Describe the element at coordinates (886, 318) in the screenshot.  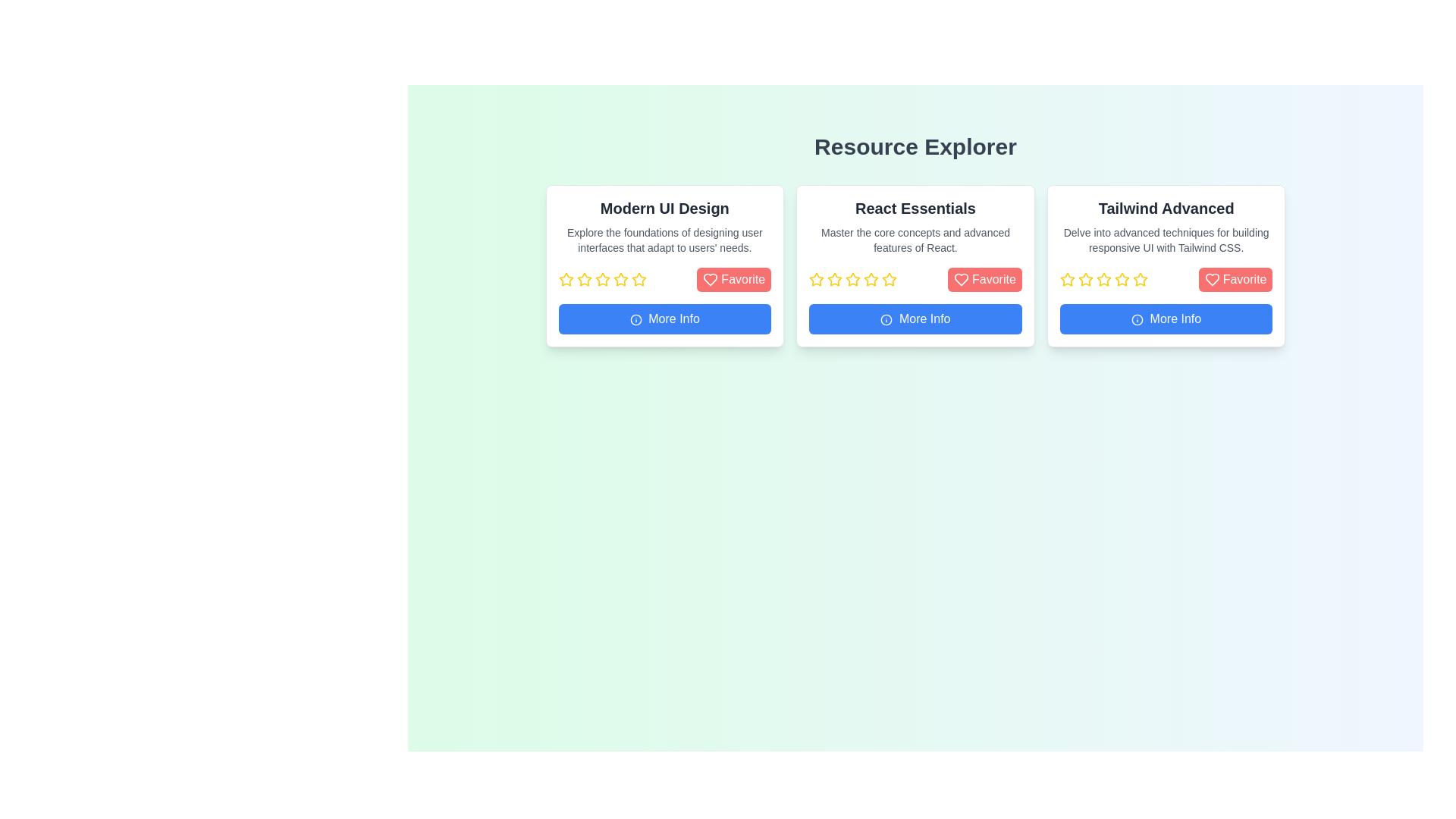
I see `the circular 'i' icon within the 'More Info' button of the 'React Essentials' card, which features a blue background and is styled with clean, minimal strokes` at that location.